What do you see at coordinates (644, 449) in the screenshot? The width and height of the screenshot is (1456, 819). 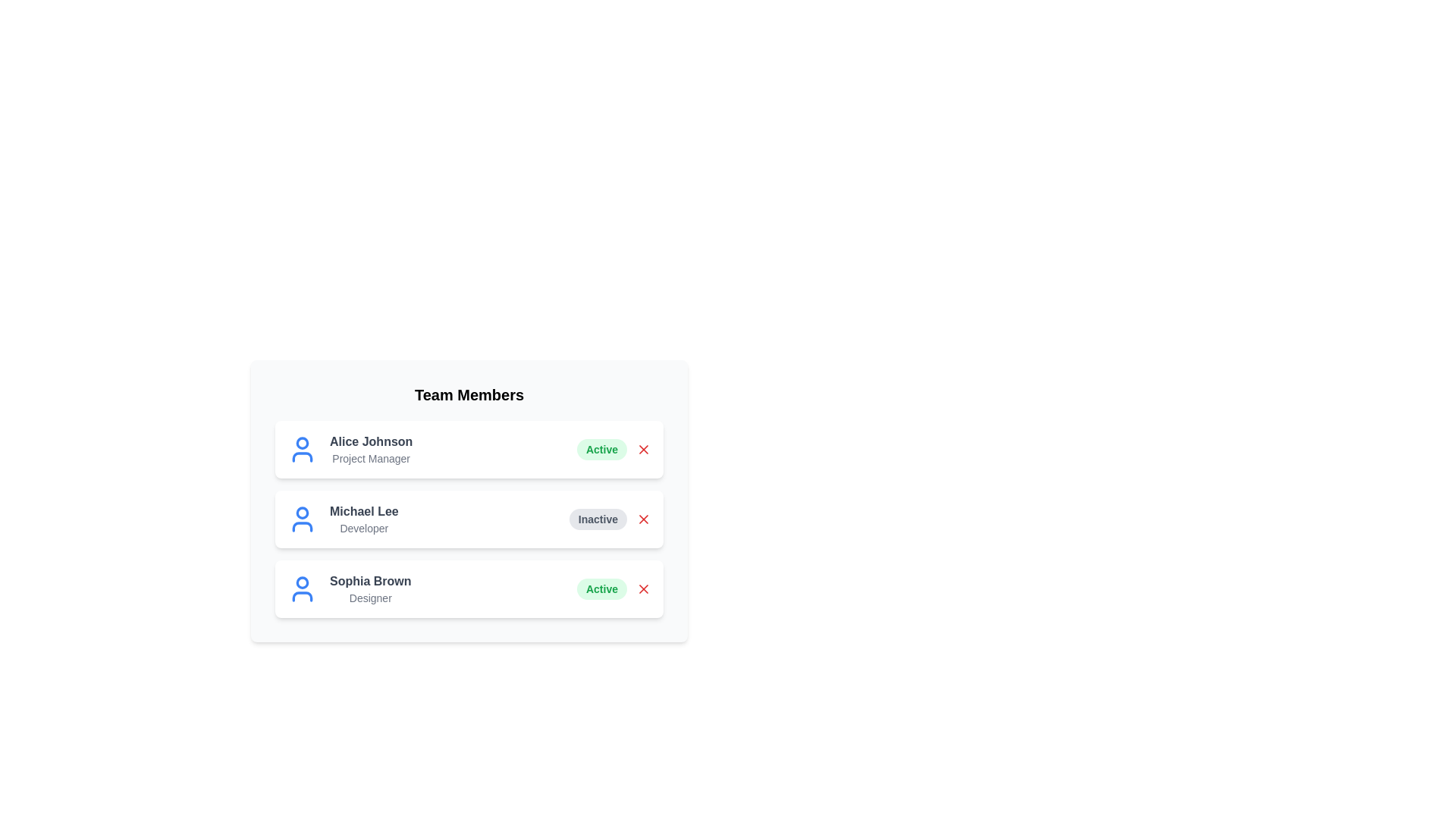 I see `'X' button next to the member Alice Johnson to remove them from the team` at bounding box center [644, 449].